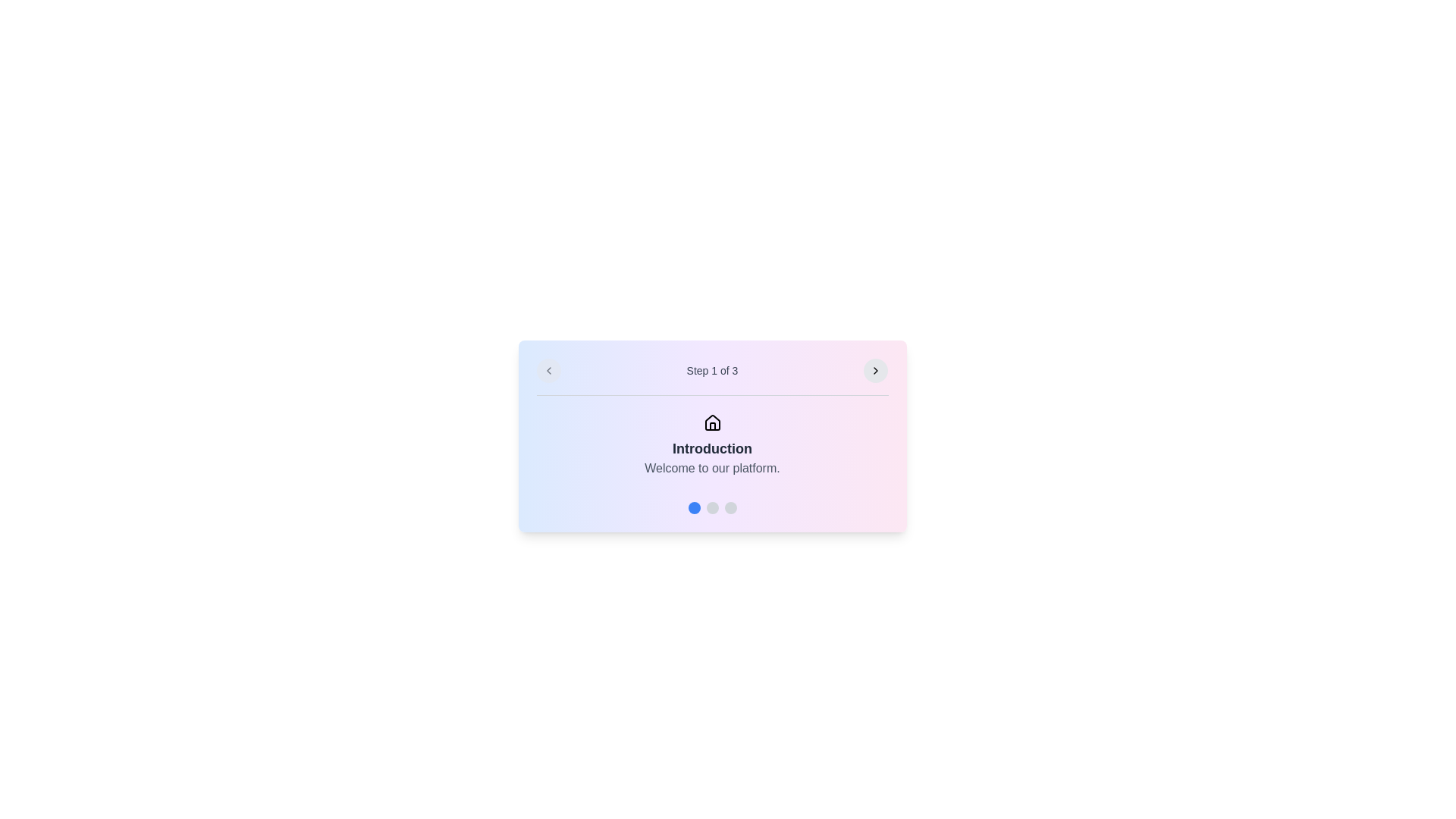  I want to click on the interactive circular button, which is the middle circle of three horizontally aligned circles at the bottom center of the card, so click(711, 508).